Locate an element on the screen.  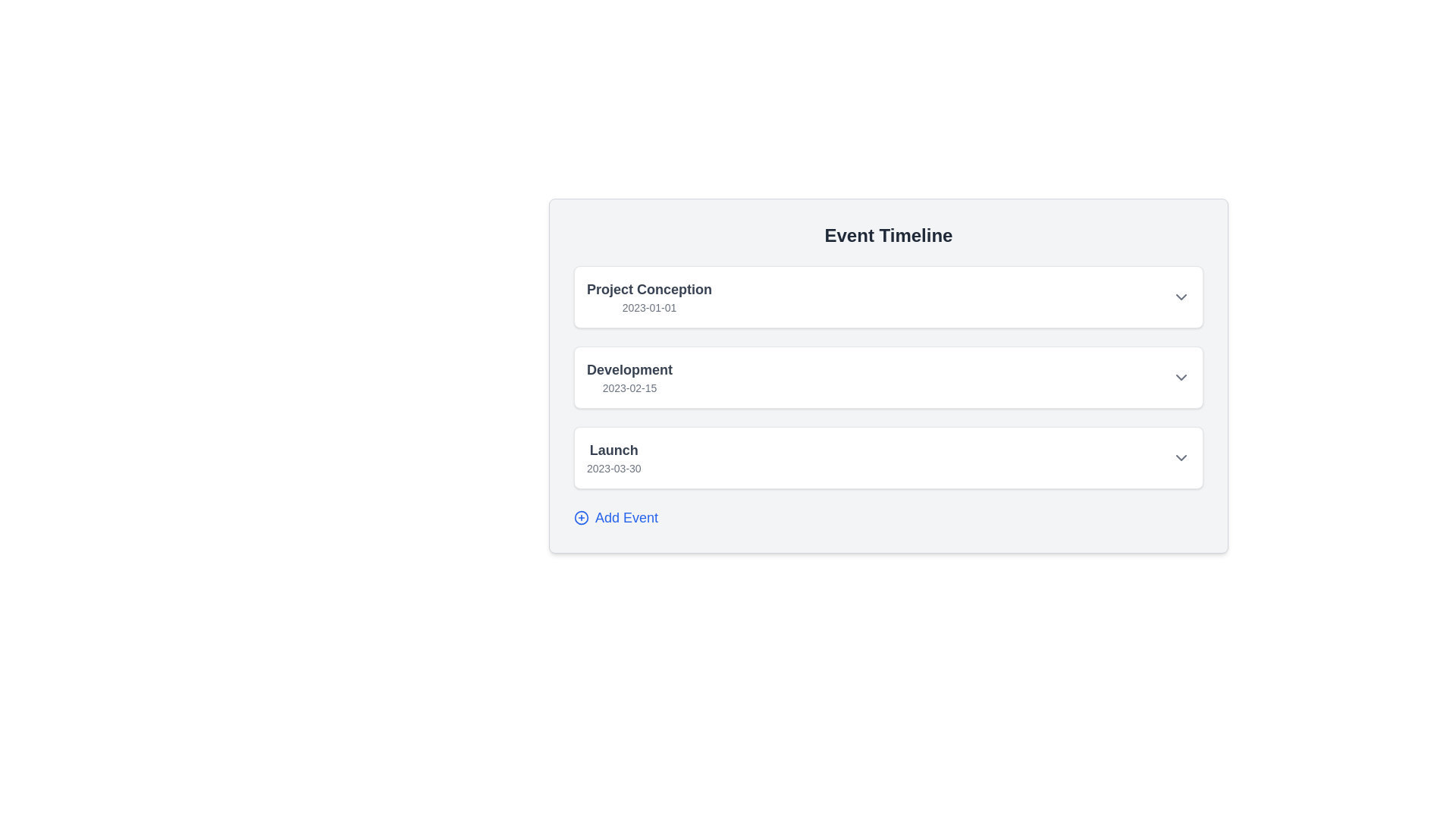
the date display label for the 'Project Conception' milestone located below the 'Project Conception' header in the 'Event Timeline' section to check for any interactive actions is located at coordinates (649, 307).